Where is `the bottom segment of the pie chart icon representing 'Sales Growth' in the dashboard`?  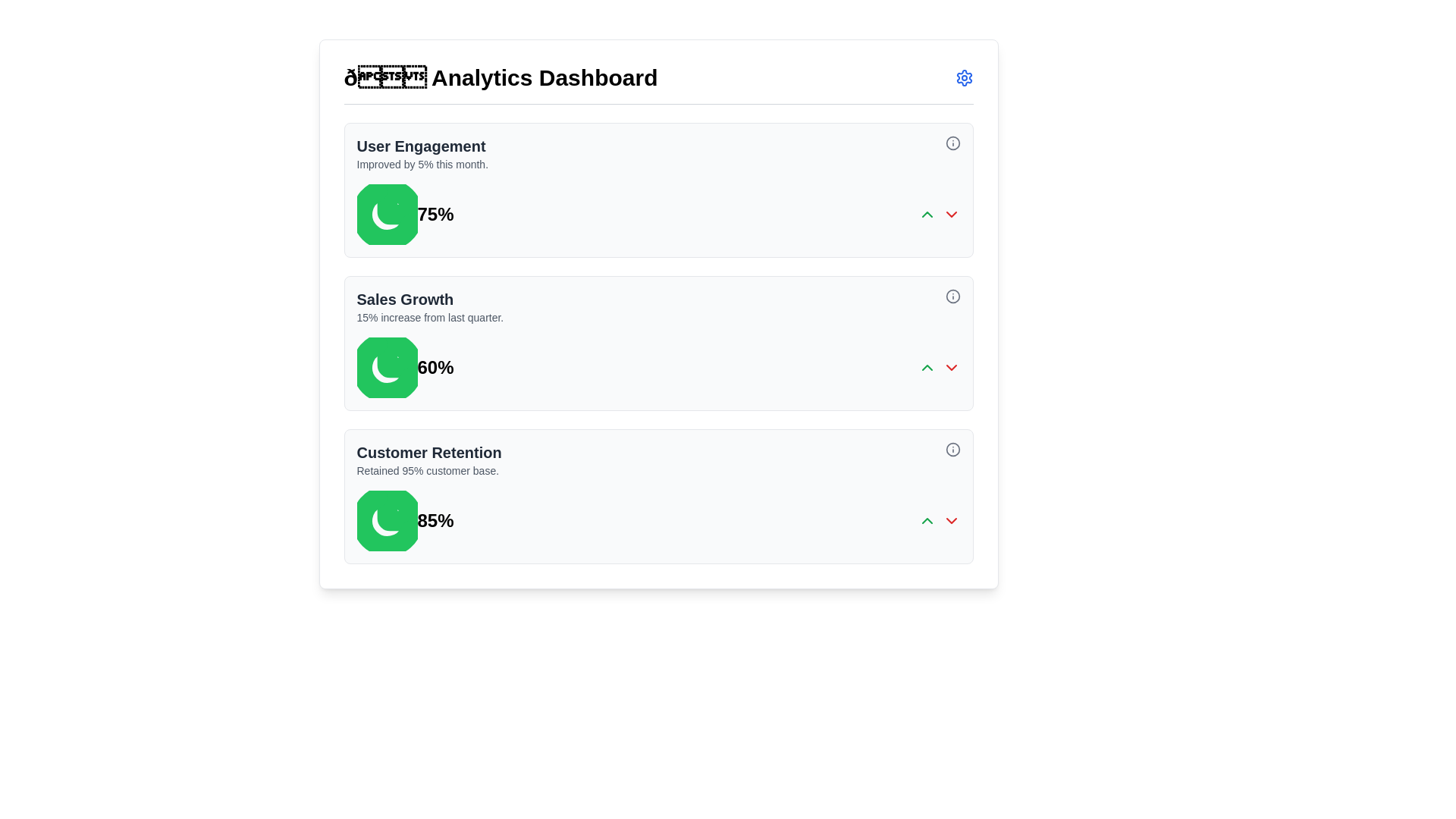
the bottom segment of the pie chart icon representing 'Sales Growth' in the dashboard is located at coordinates (386, 369).